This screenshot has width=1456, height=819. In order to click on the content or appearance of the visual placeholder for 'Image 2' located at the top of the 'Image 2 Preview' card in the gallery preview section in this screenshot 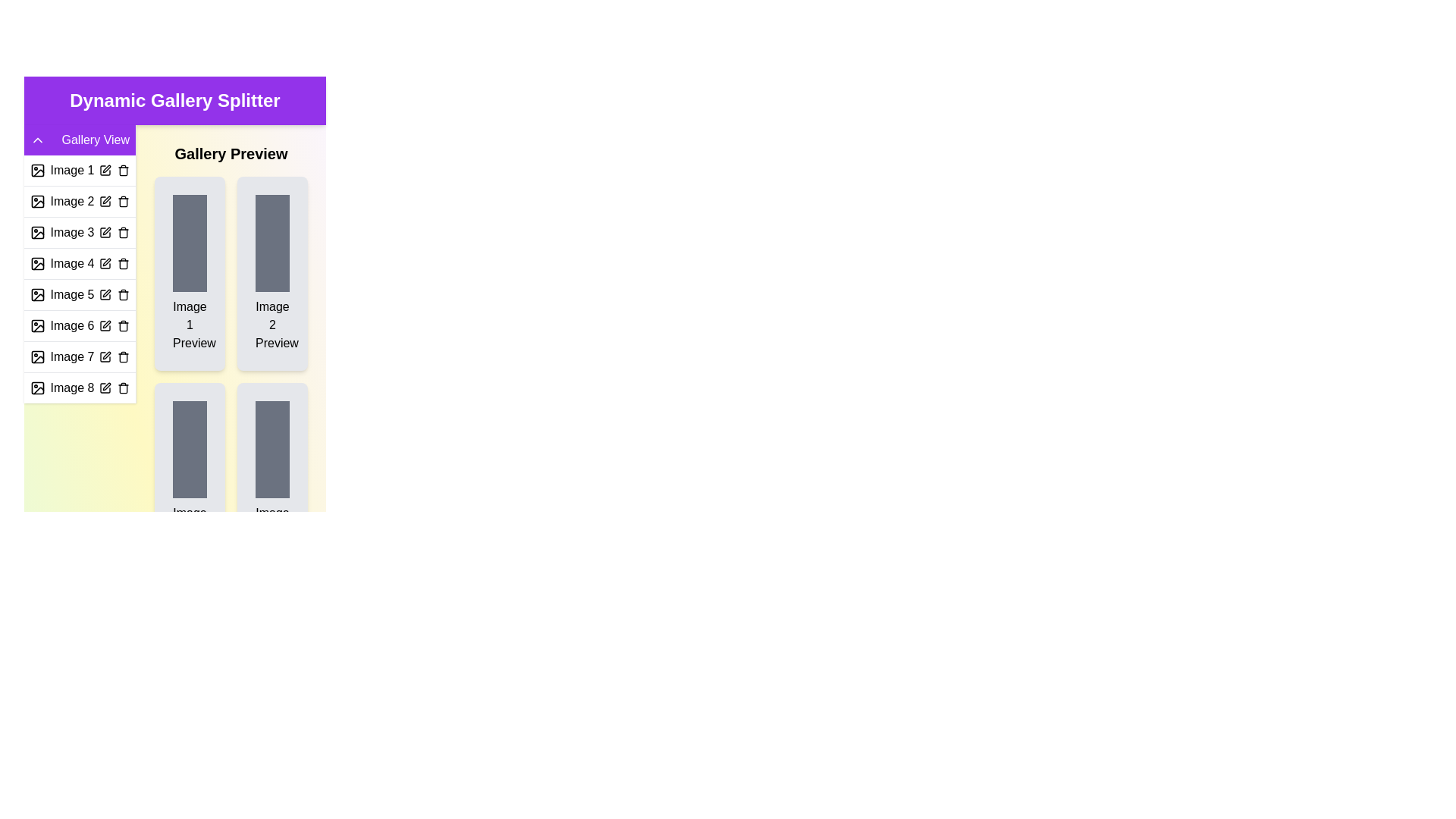, I will do `click(272, 242)`.